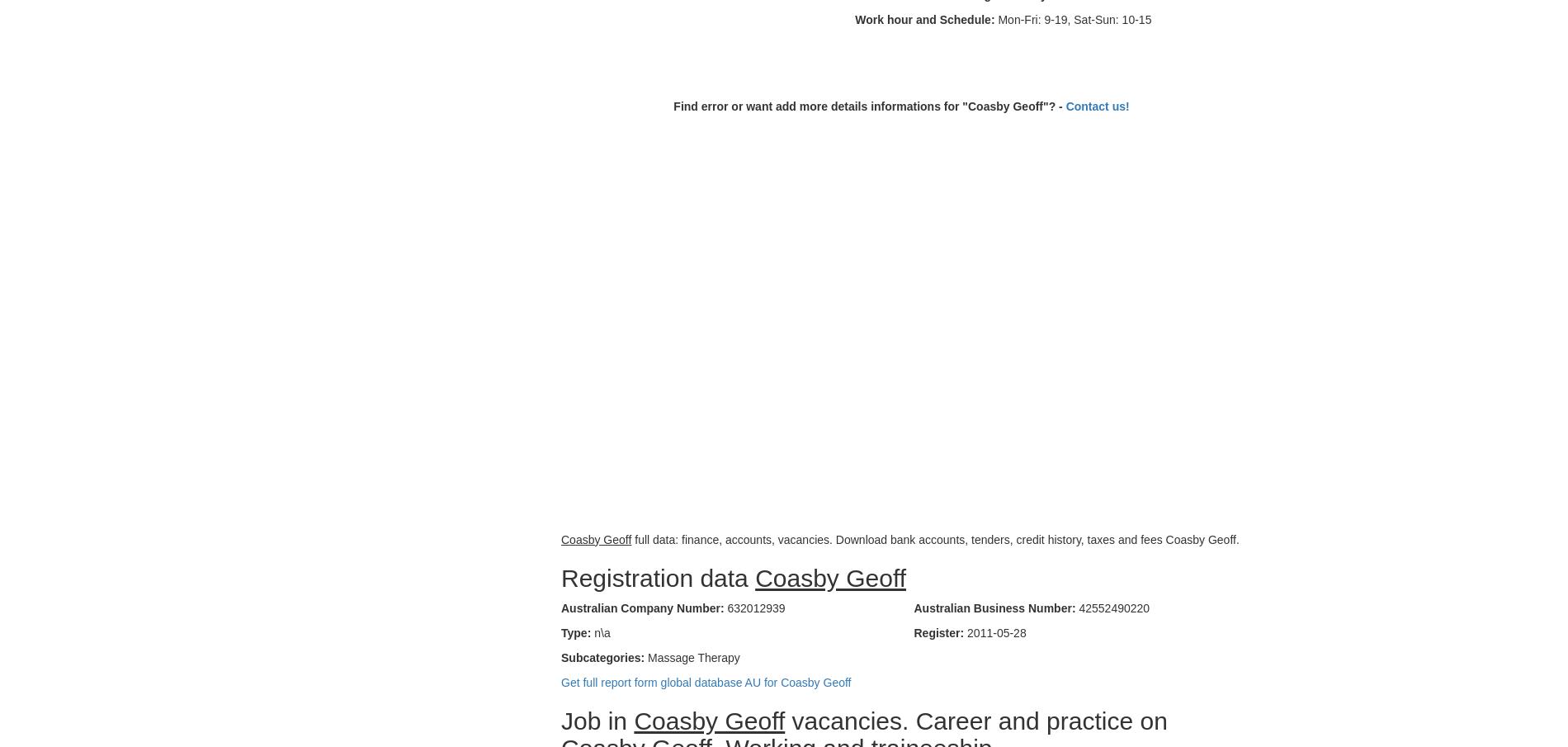 The image size is (1568, 747). What do you see at coordinates (602, 657) in the screenshot?
I see `'Subcategories:'` at bounding box center [602, 657].